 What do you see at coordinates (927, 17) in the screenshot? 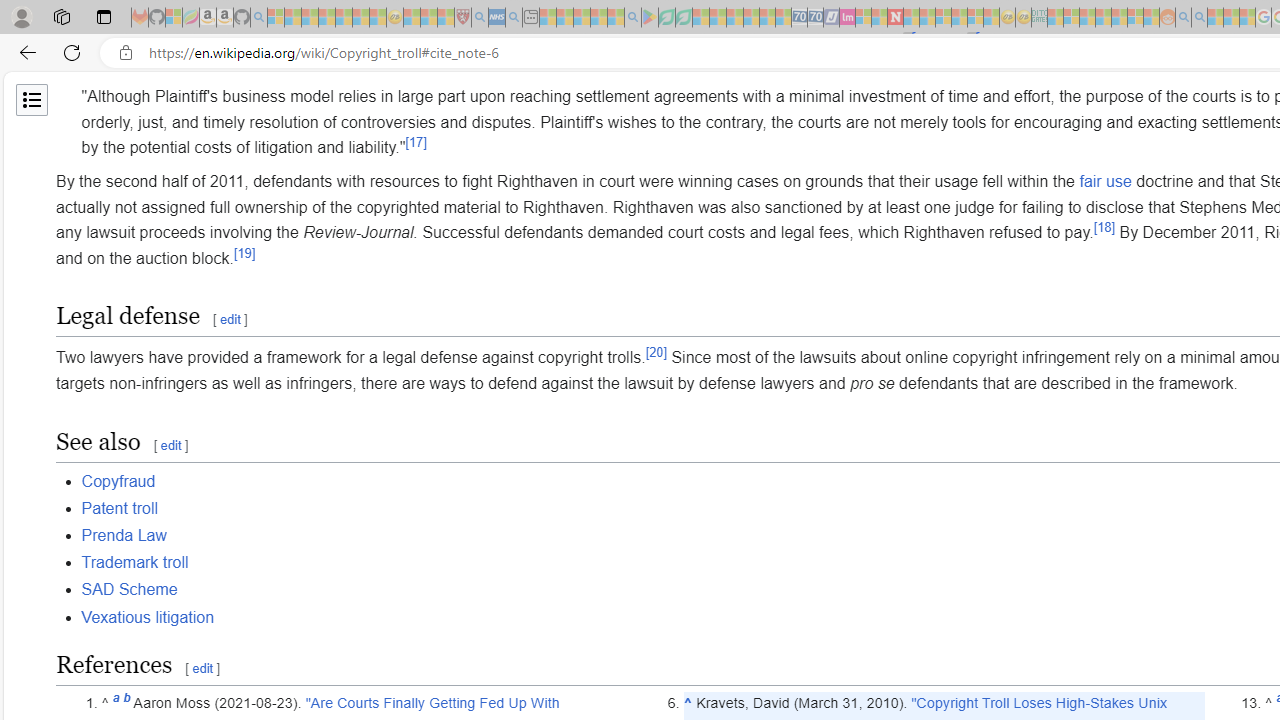
I see `'14 Common Myths Debunked By Scientific Facts - Sleeping'` at bounding box center [927, 17].